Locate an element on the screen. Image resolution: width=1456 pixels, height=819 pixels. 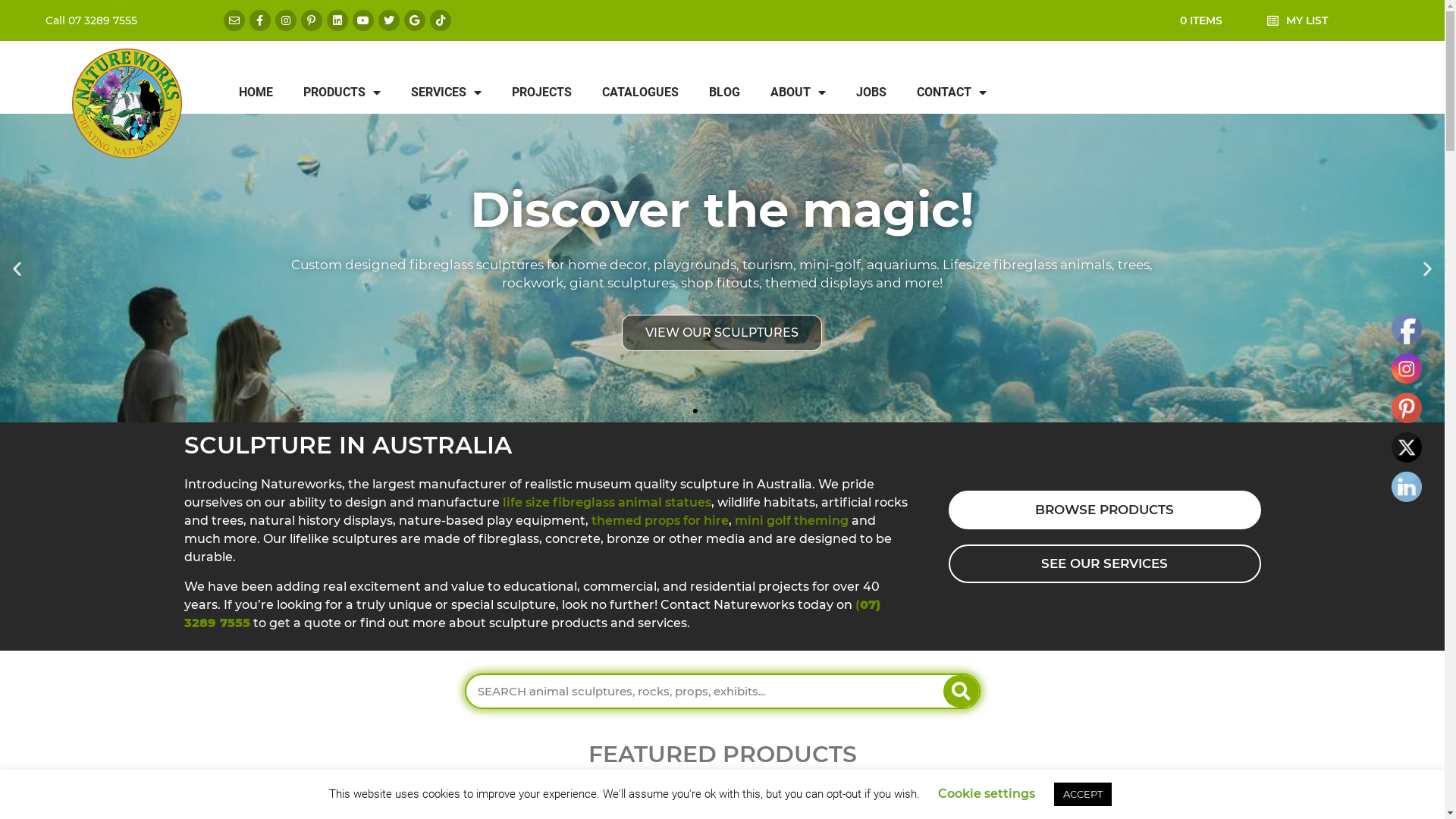
'themed props for hire' is located at coordinates (660, 519).